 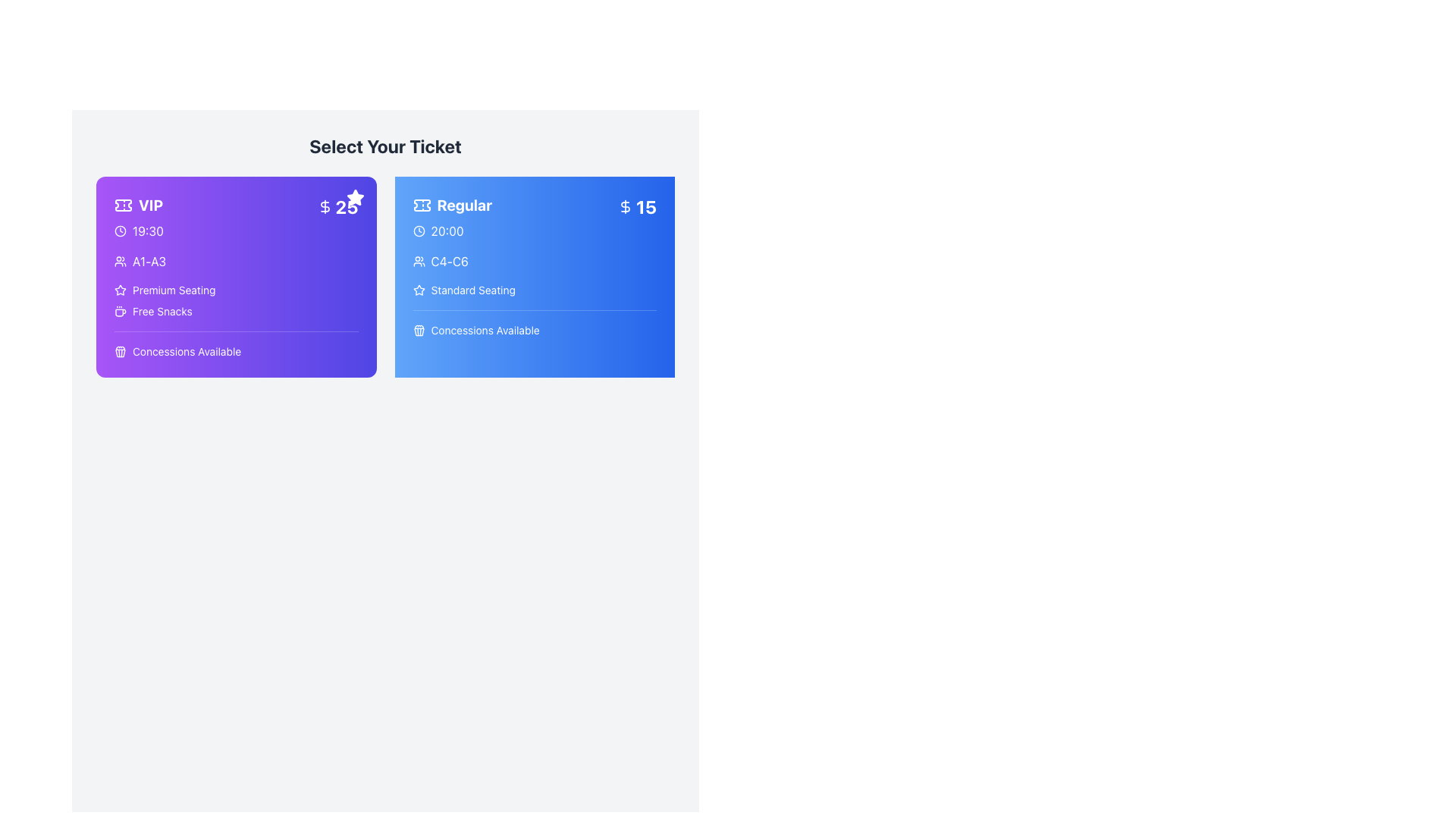 What do you see at coordinates (535, 323) in the screenshot?
I see `the label with a trash bin icon and the text 'Concessions Available' located in the lower section of the 'Regular' ticket card, below 'Standard Seating'` at bounding box center [535, 323].